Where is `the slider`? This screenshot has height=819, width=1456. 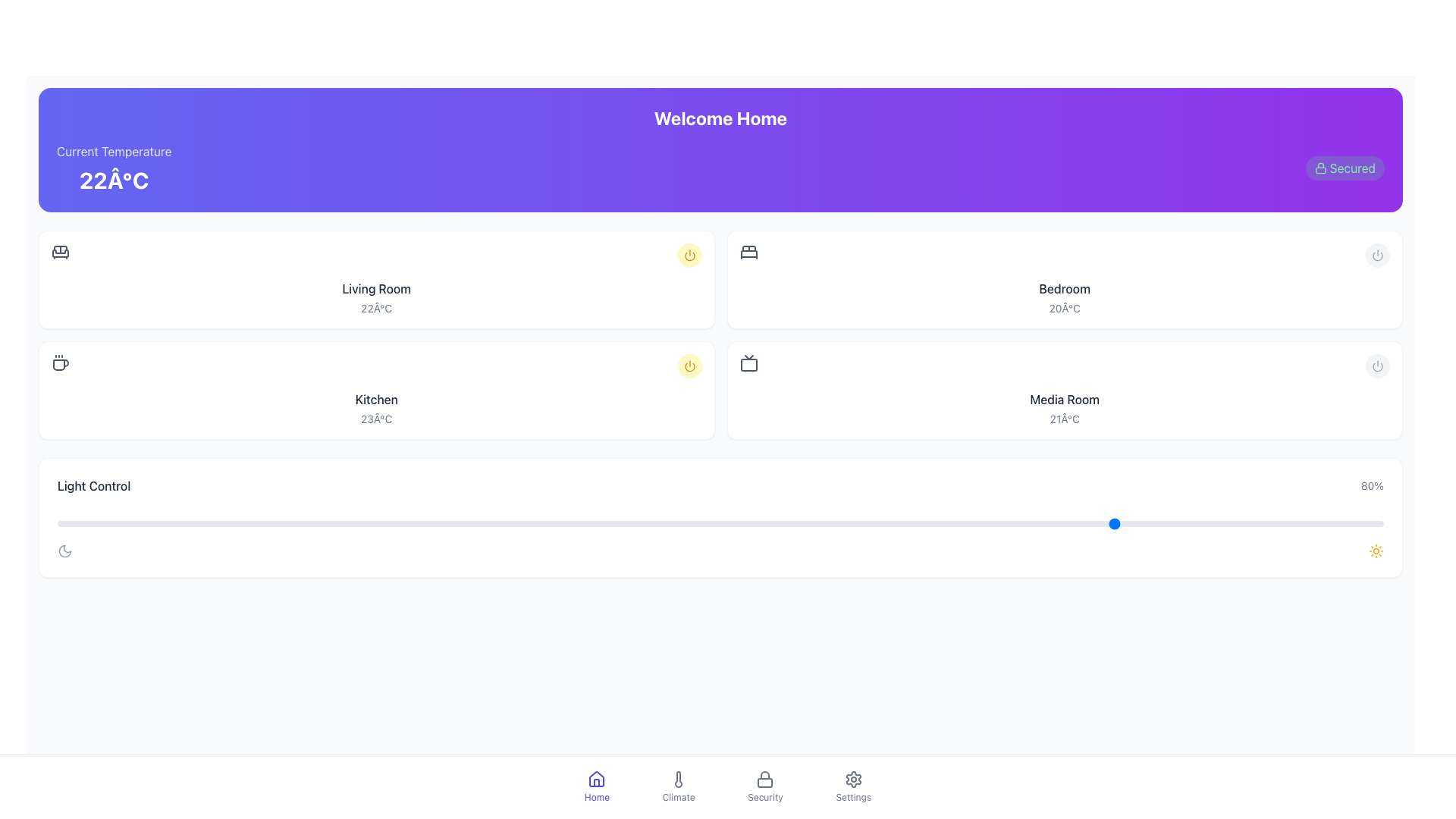
the slider is located at coordinates (747, 522).